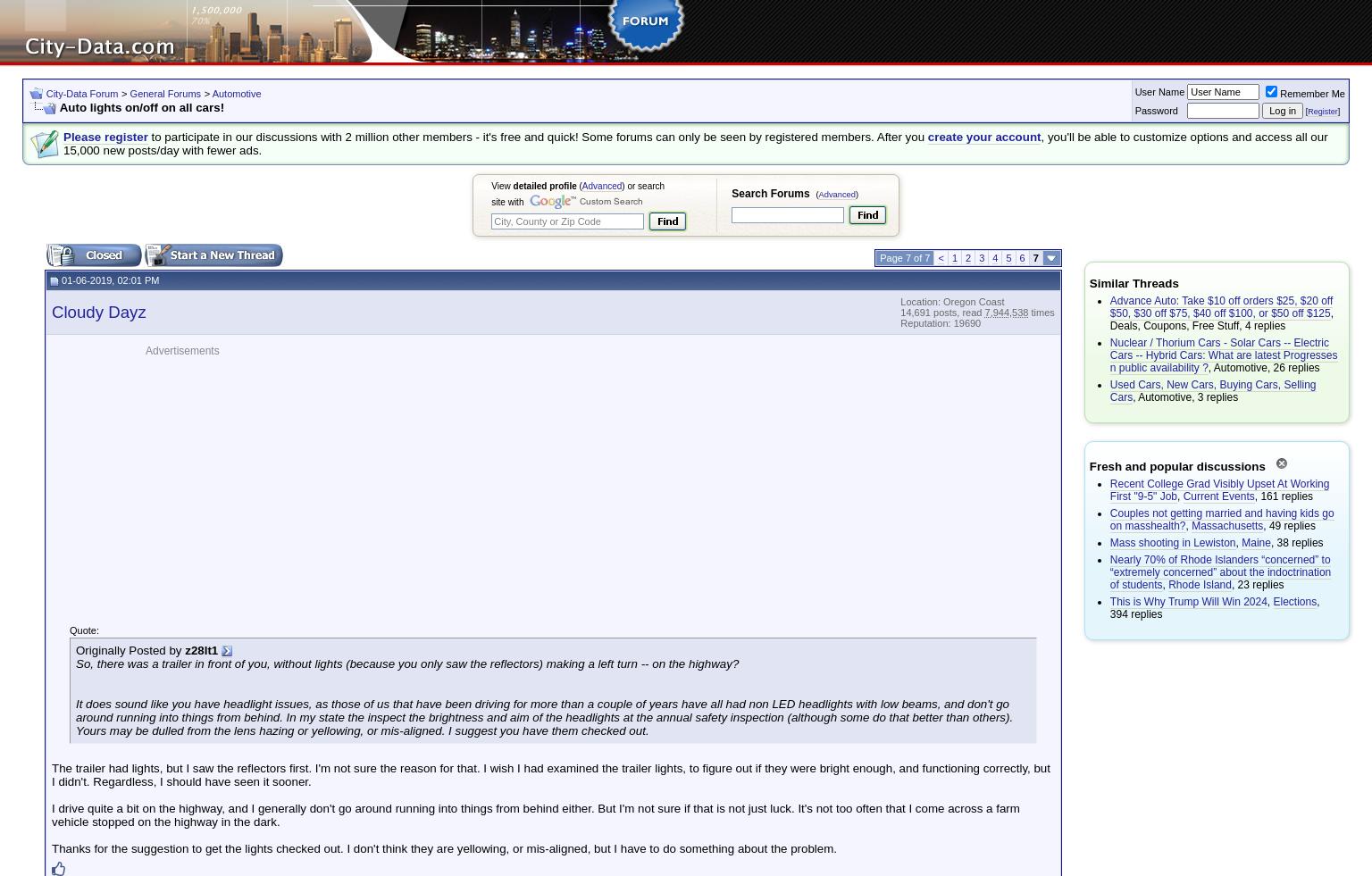 The width and height of the screenshot is (1372, 876). I want to click on 'create your account', so click(983, 136).